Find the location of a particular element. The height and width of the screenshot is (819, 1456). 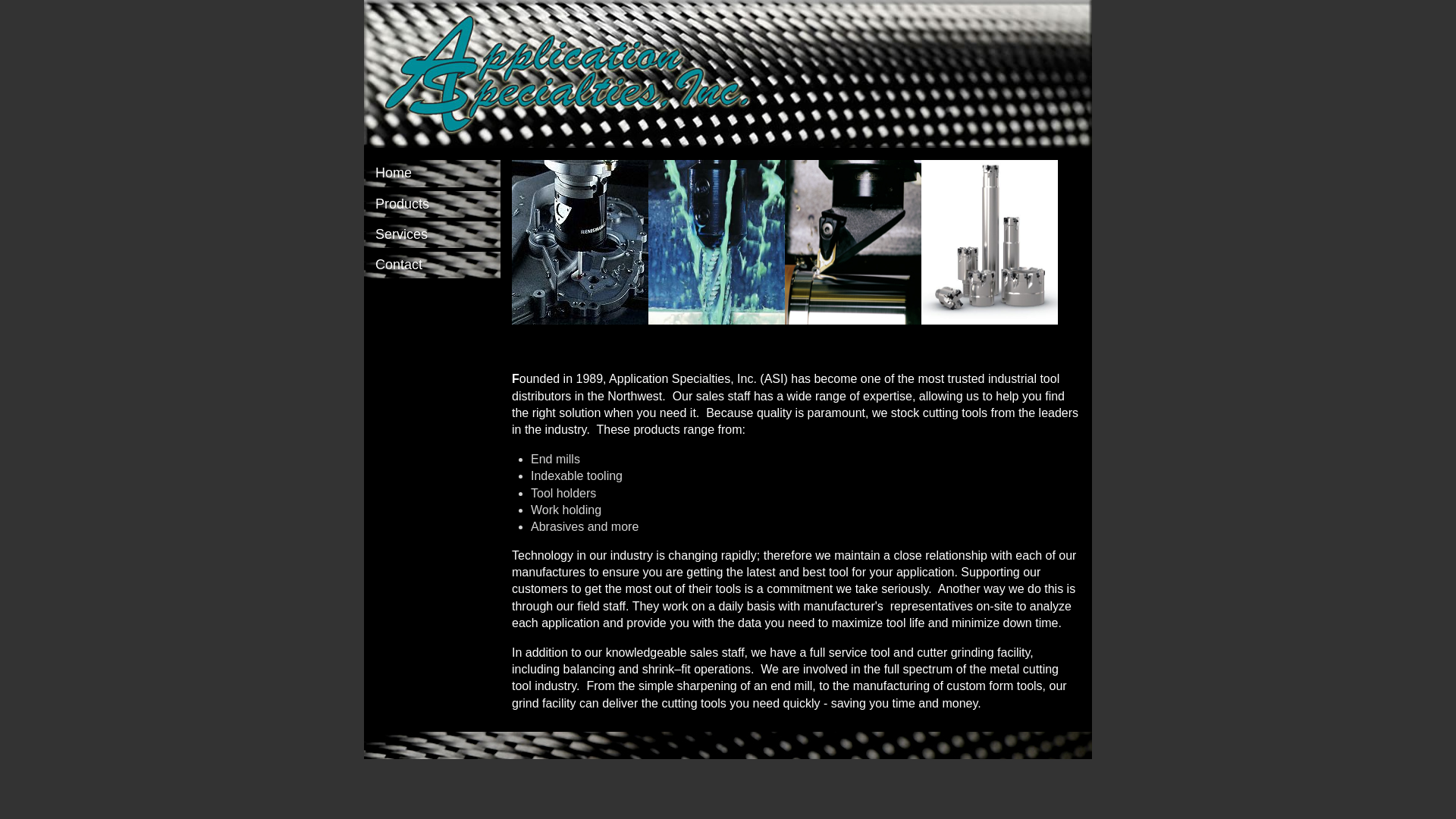

'Products' is located at coordinates (431, 203).